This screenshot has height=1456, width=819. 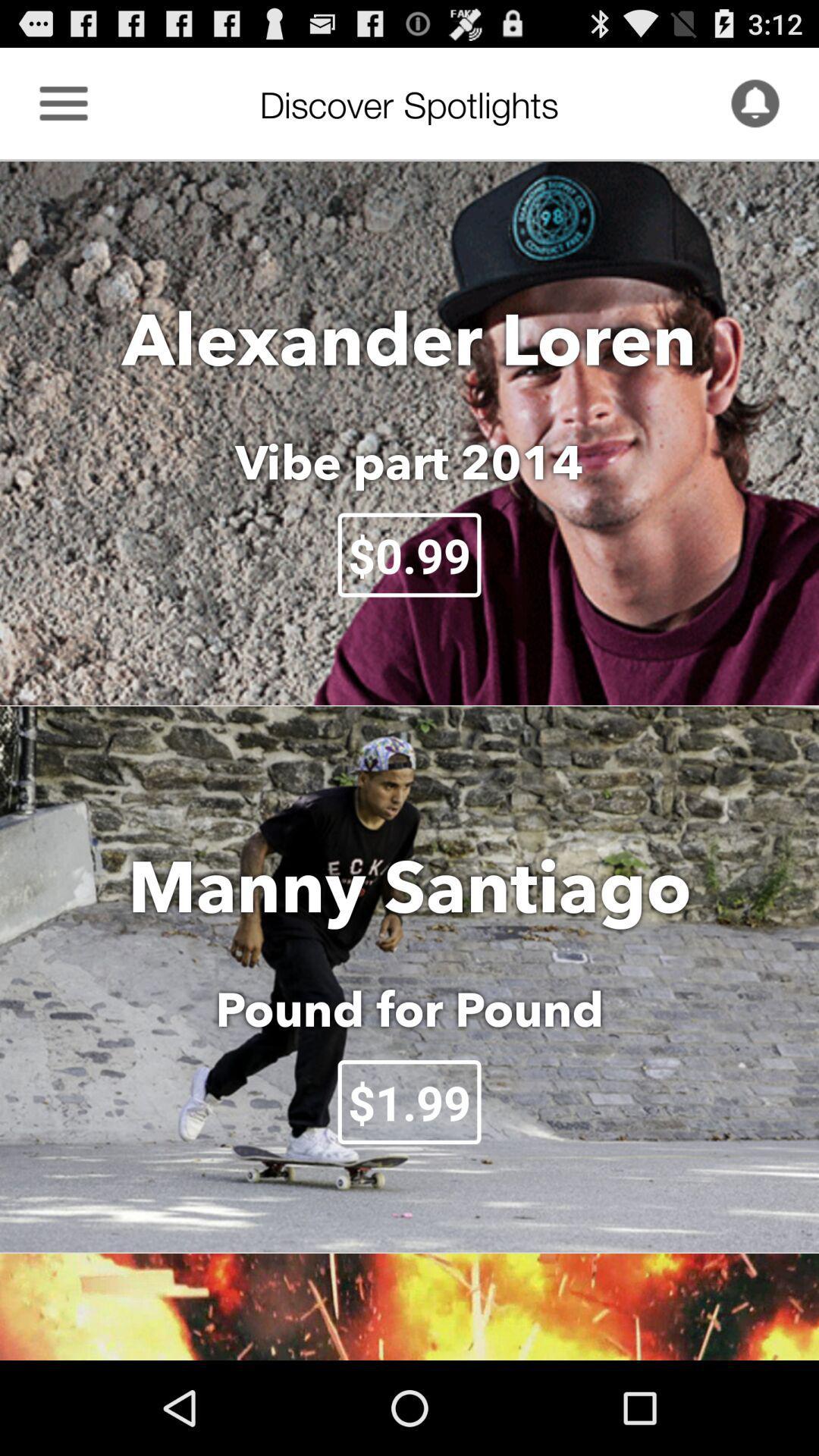 I want to click on the notifications icon, so click(x=755, y=110).